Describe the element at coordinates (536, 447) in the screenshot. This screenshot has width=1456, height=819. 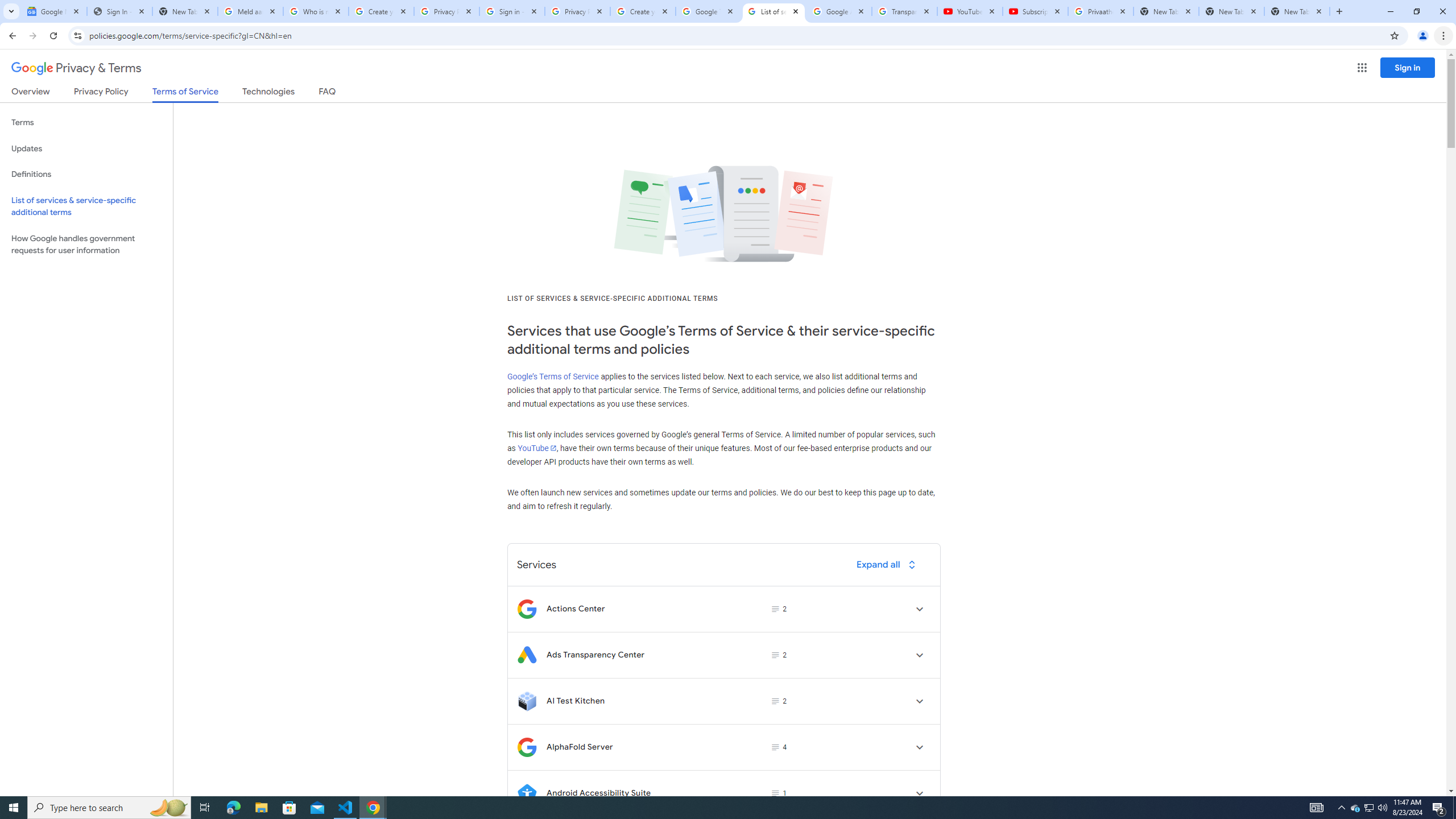
I see `'YouTube'` at that location.